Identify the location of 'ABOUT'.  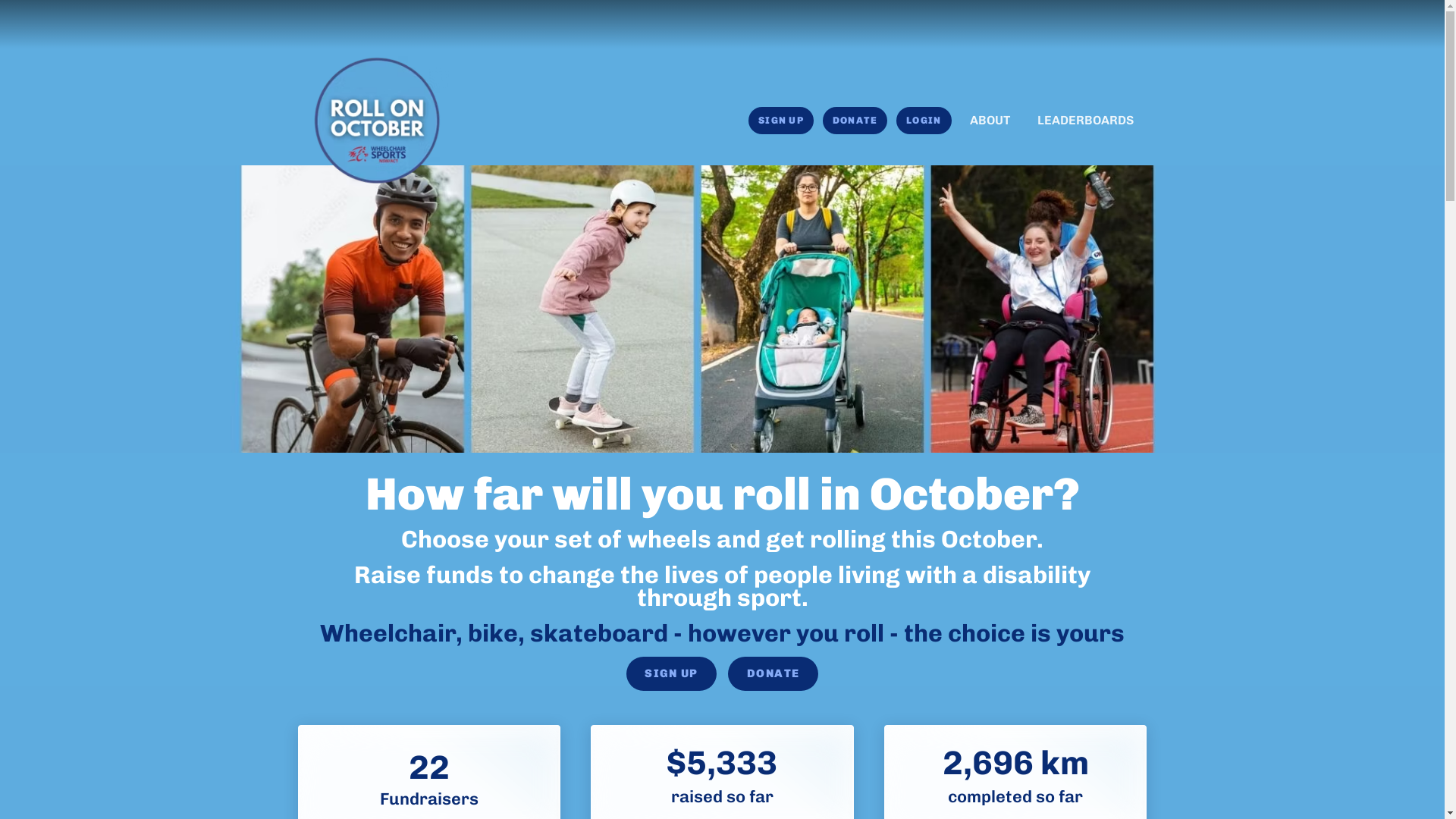
(989, 119).